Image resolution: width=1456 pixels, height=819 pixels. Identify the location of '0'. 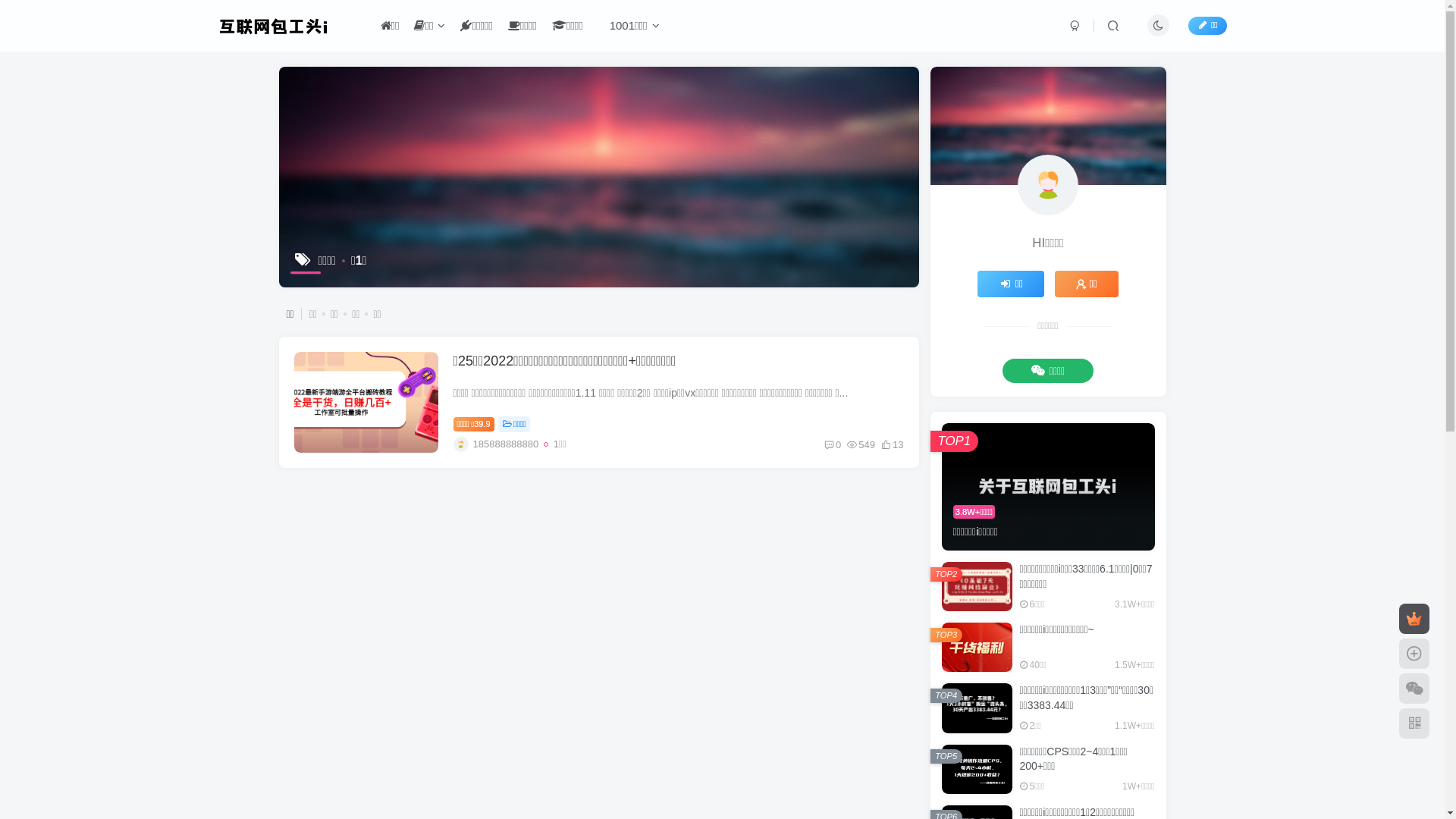
(832, 444).